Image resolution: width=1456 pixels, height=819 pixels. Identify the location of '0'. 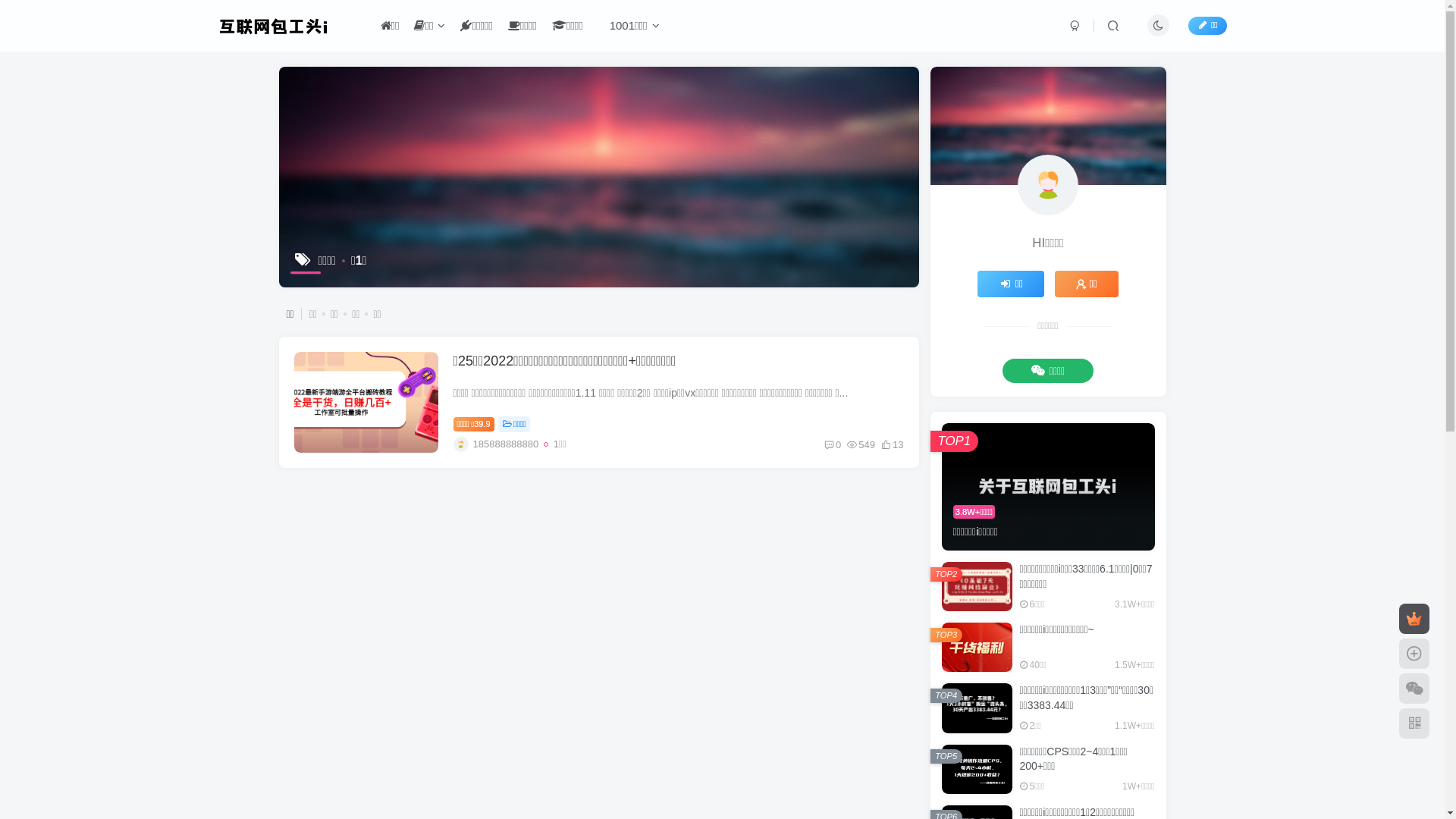
(832, 444).